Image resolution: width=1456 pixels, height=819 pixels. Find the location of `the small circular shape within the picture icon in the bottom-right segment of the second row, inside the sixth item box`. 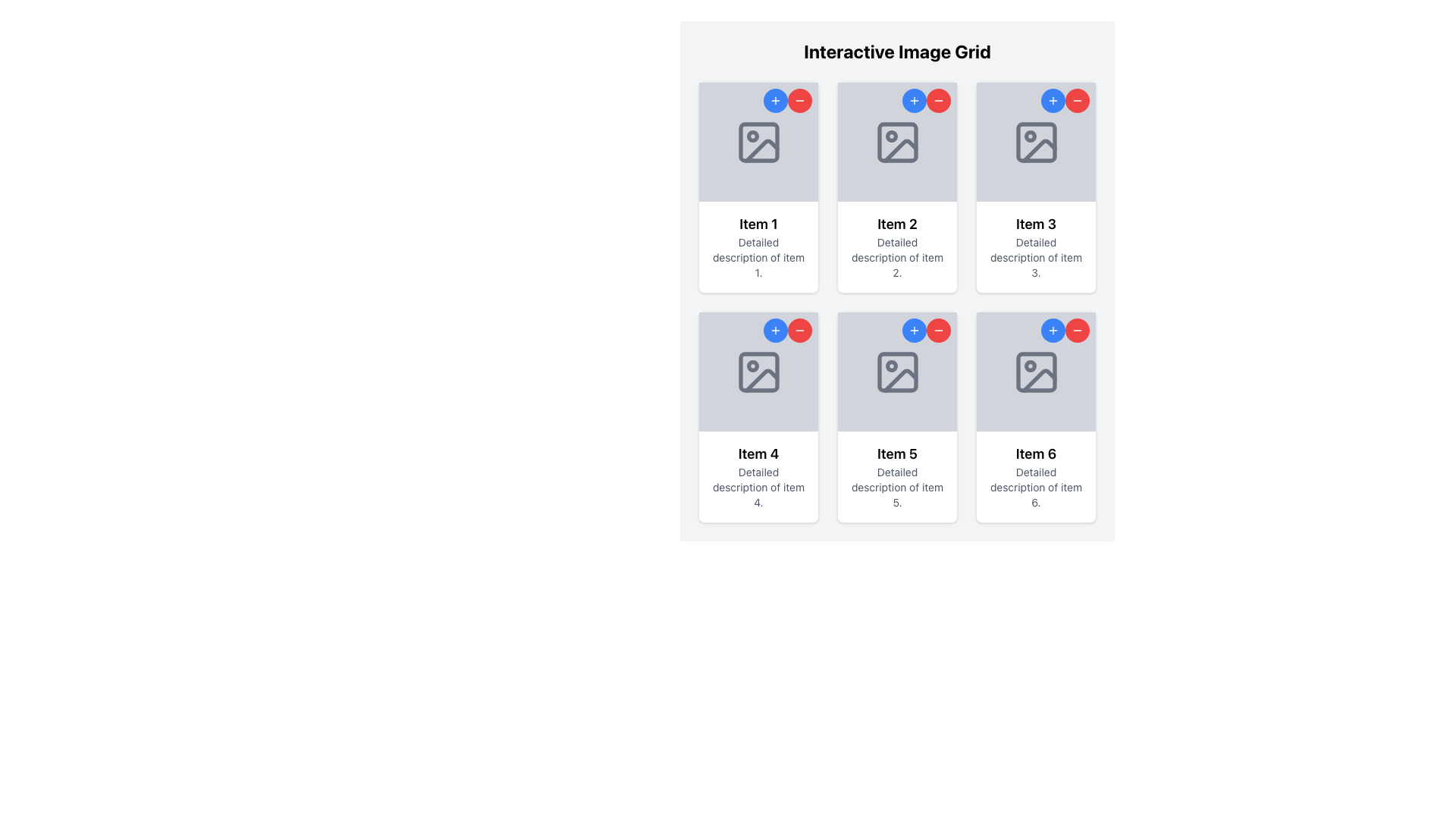

the small circular shape within the picture icon in the bottom-right segment of the second row, inside the sixth item box is located at coordinates (1030, 366).